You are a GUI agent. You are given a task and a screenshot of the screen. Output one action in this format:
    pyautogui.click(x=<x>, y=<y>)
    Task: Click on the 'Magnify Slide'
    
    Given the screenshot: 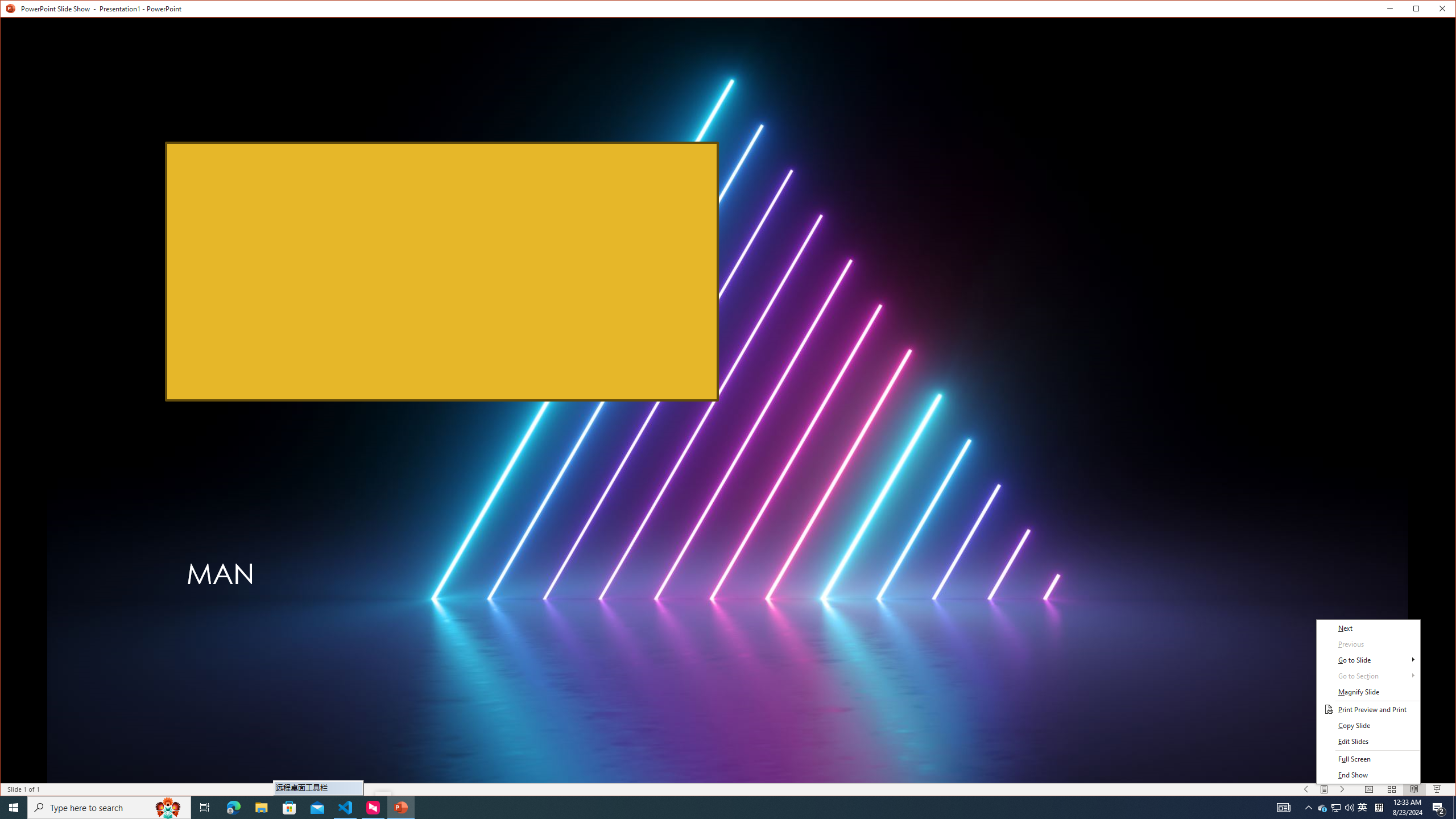 What is the action you would take?
    pyautogui.click(x=1368, y=691)
    